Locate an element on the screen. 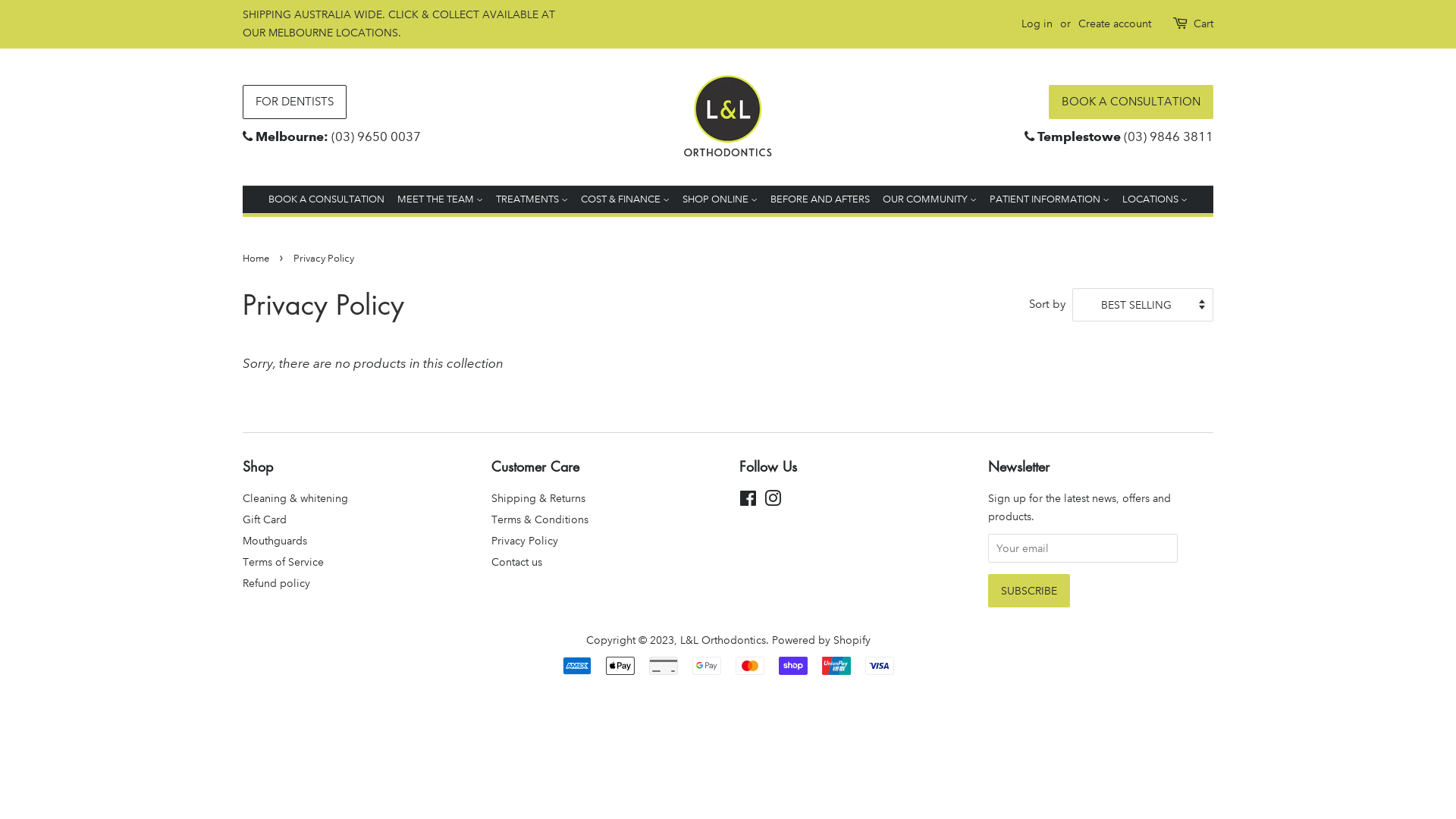 The image size is (1456, 819). 'COST & FINANCE' is located at coordinates (574, 199).